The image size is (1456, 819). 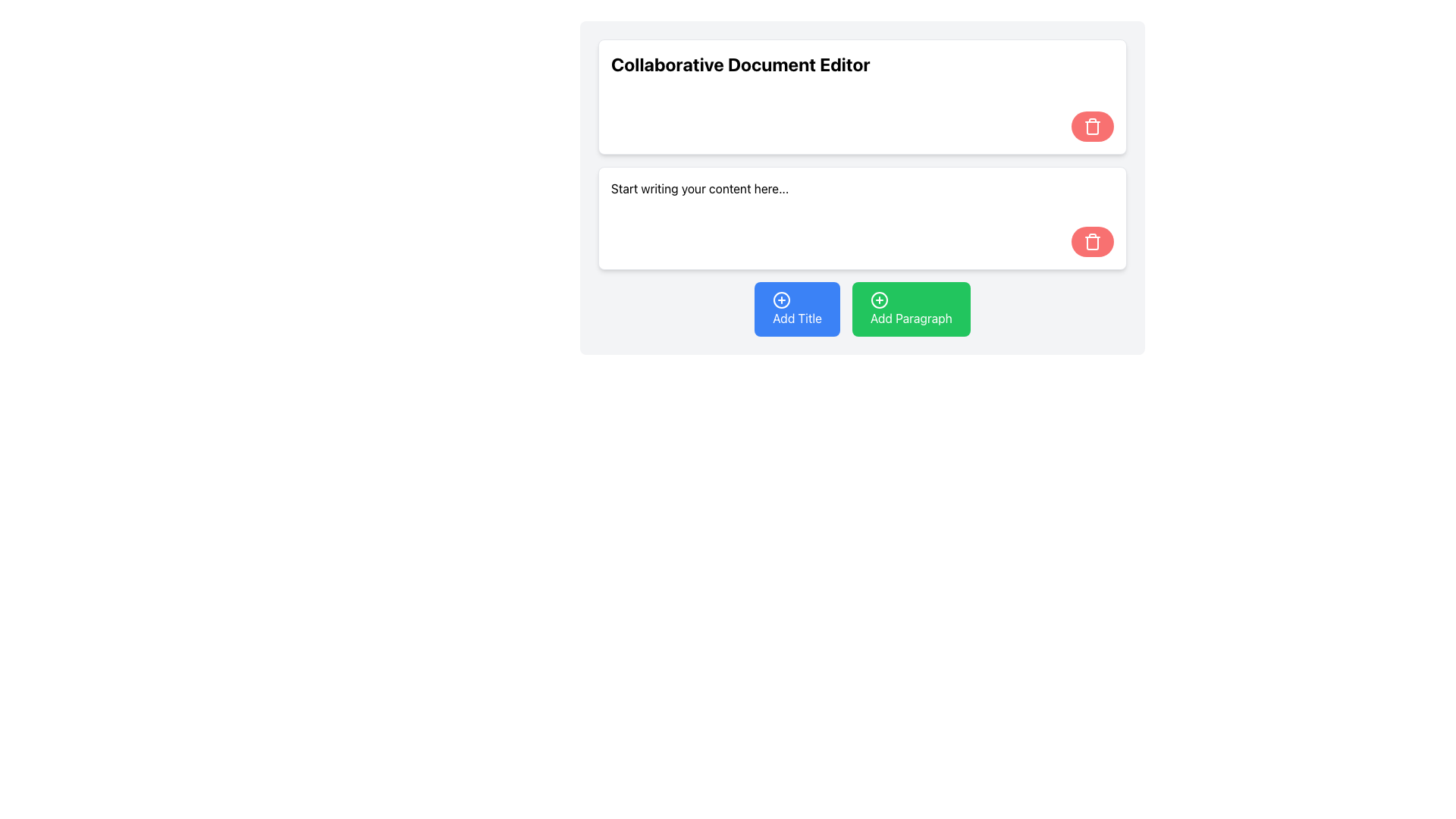 I want to click on the 'Add Title' button, which is a rounded rectangular button with a vivid blue background and white text, located at the bottom center of the interface, so click(x=796, y=309).